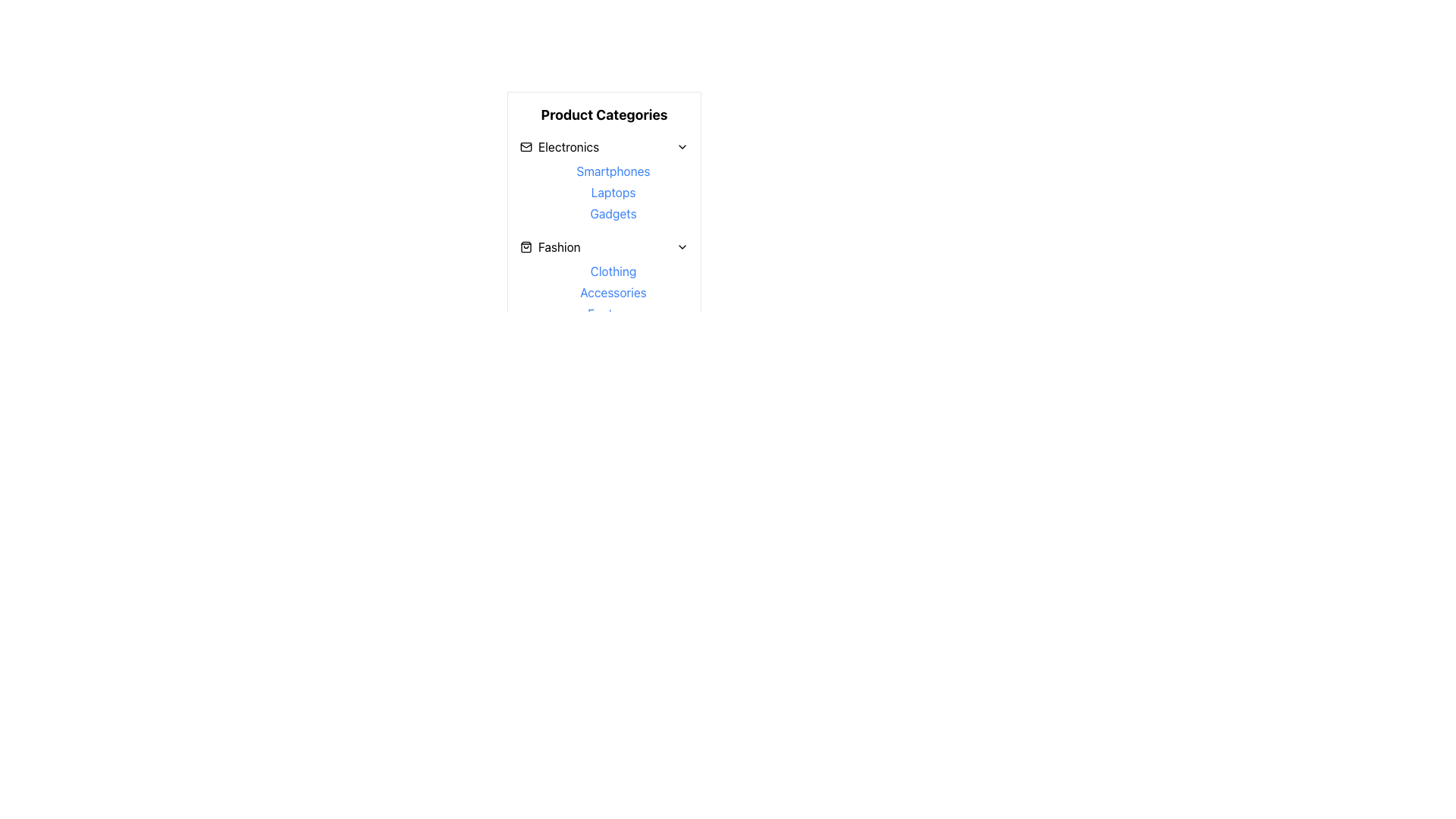 The height and width of the screenshot is (819, 1456). I want to click on the navigation links for keyboard navigation in the third subcategory ('Footwear') under the 'Fashion' category in the 'Product Categories' sidebar, so click(603, 281).